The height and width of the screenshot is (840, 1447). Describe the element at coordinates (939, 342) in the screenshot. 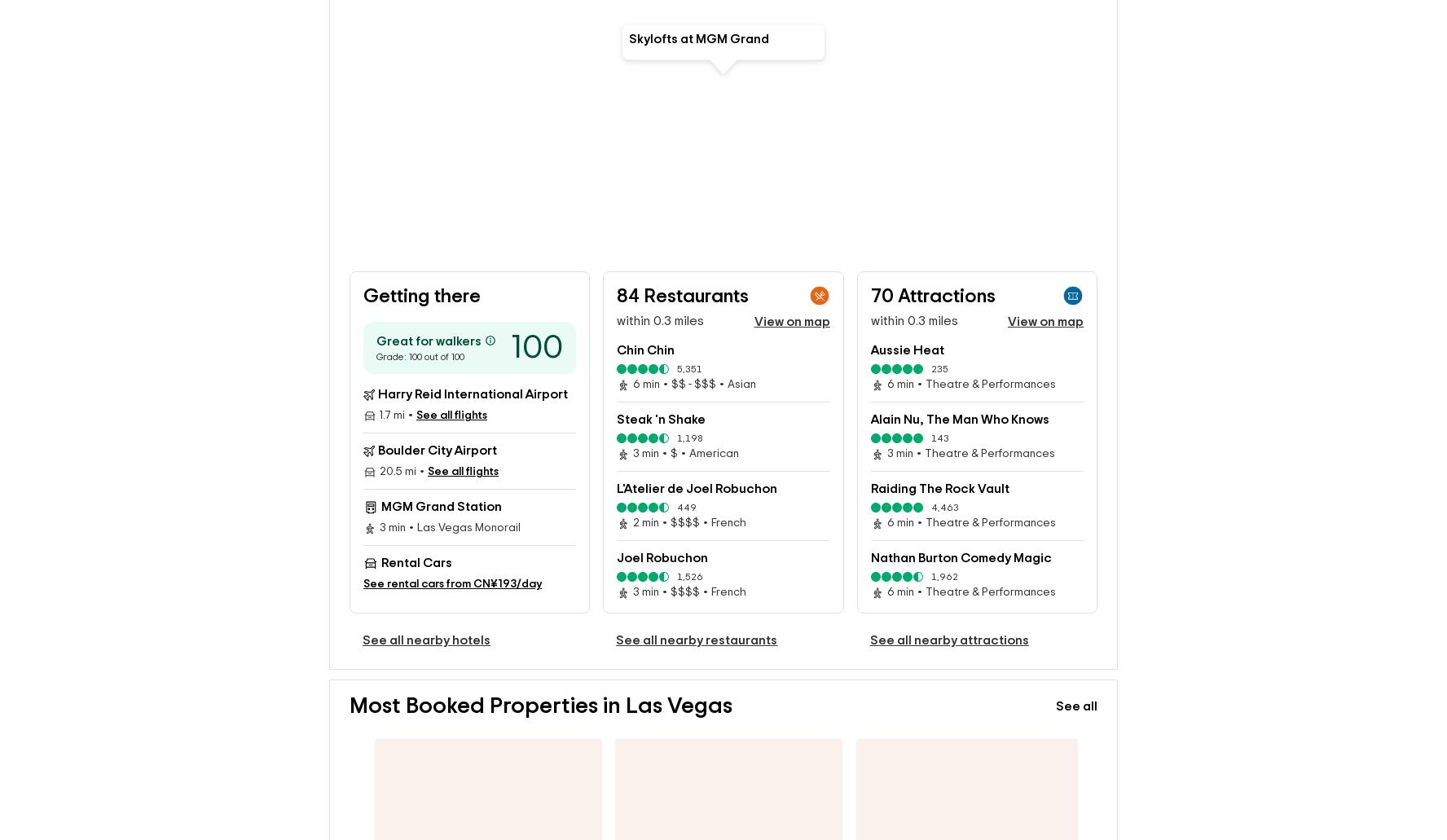

I see `'235'` at that location.